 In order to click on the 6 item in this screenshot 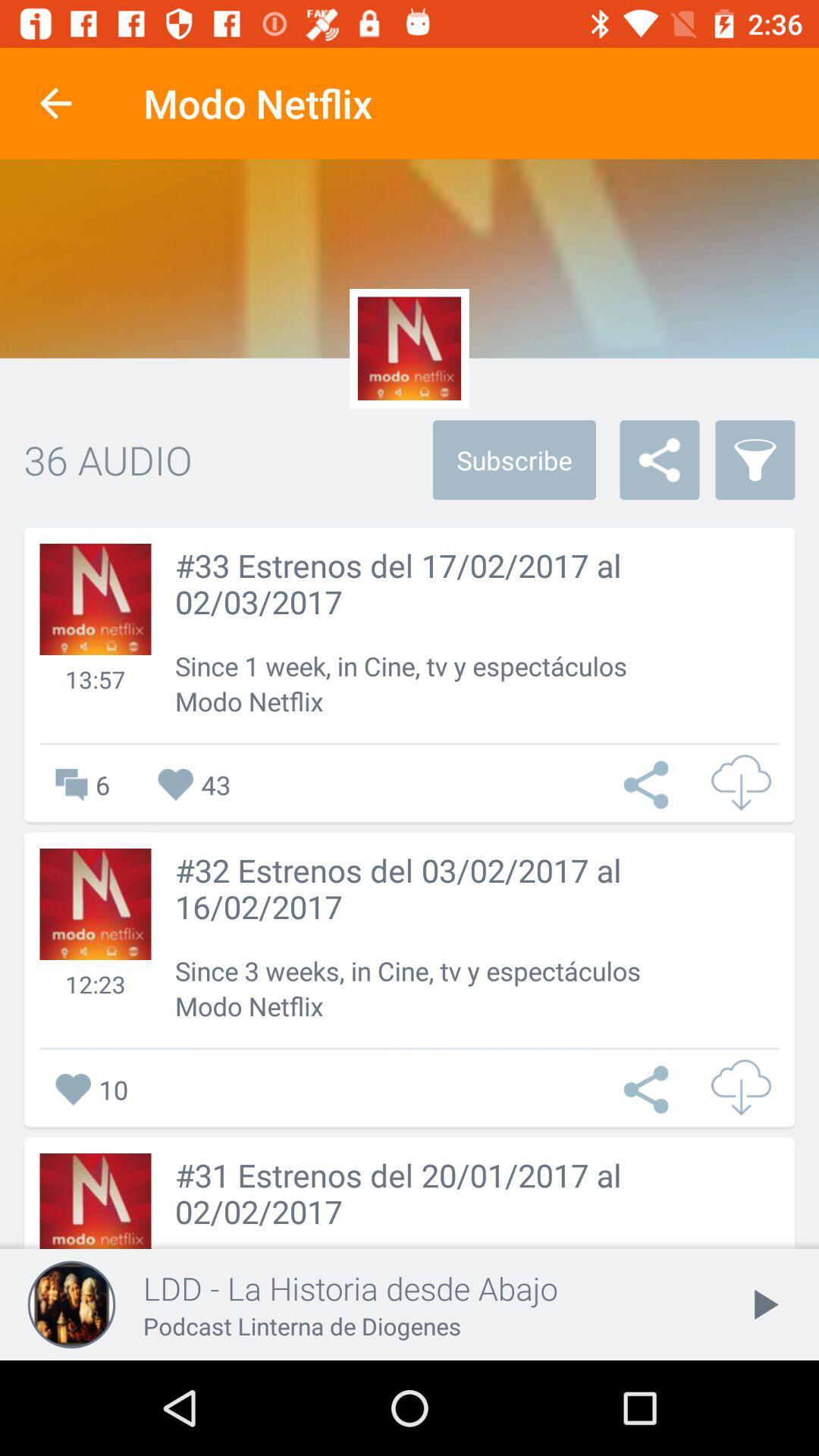, I will do `click(75, 785)`.